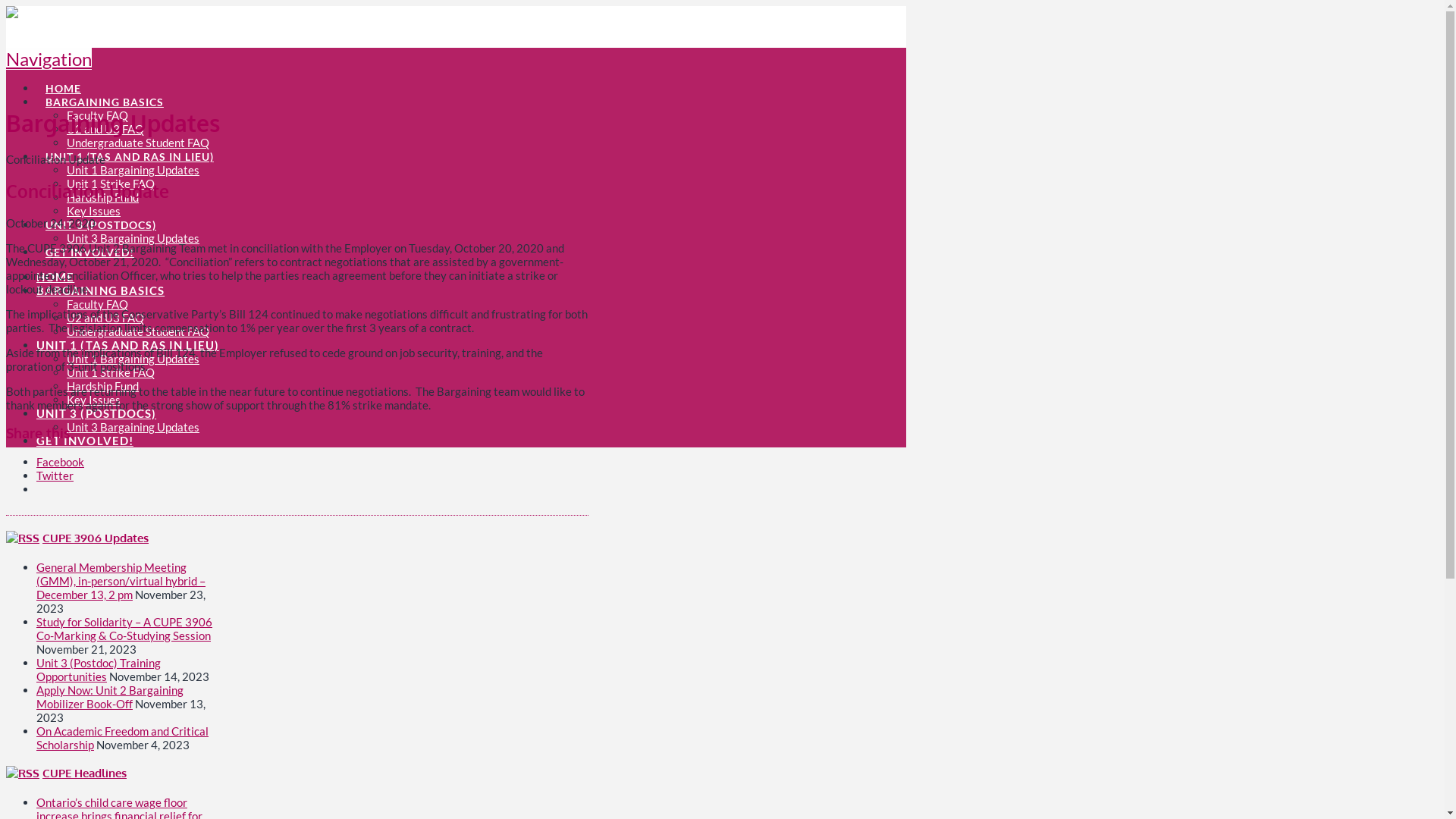 This screenshot has width=1456, height=819. What do you see at coordinates (42, 773) in the screenshot?
I see `'CUPE Headlines'` at bounding box center [42, 773].